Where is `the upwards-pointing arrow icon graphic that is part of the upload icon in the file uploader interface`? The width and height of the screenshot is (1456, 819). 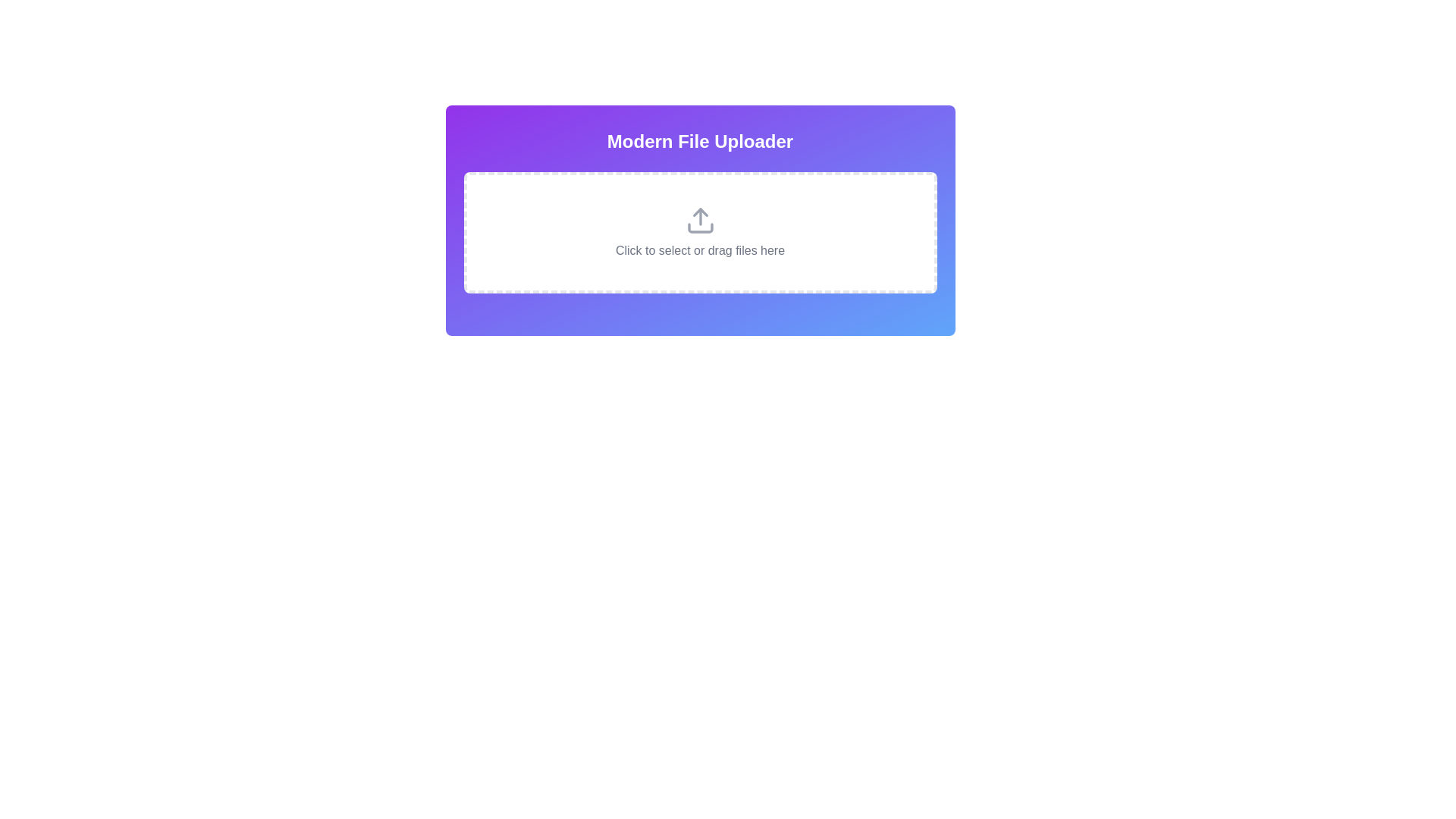
the upwards-pointing arrow icon graphic that is part of the upload icon in the file uploader interface is located at coordinates (699, 212).